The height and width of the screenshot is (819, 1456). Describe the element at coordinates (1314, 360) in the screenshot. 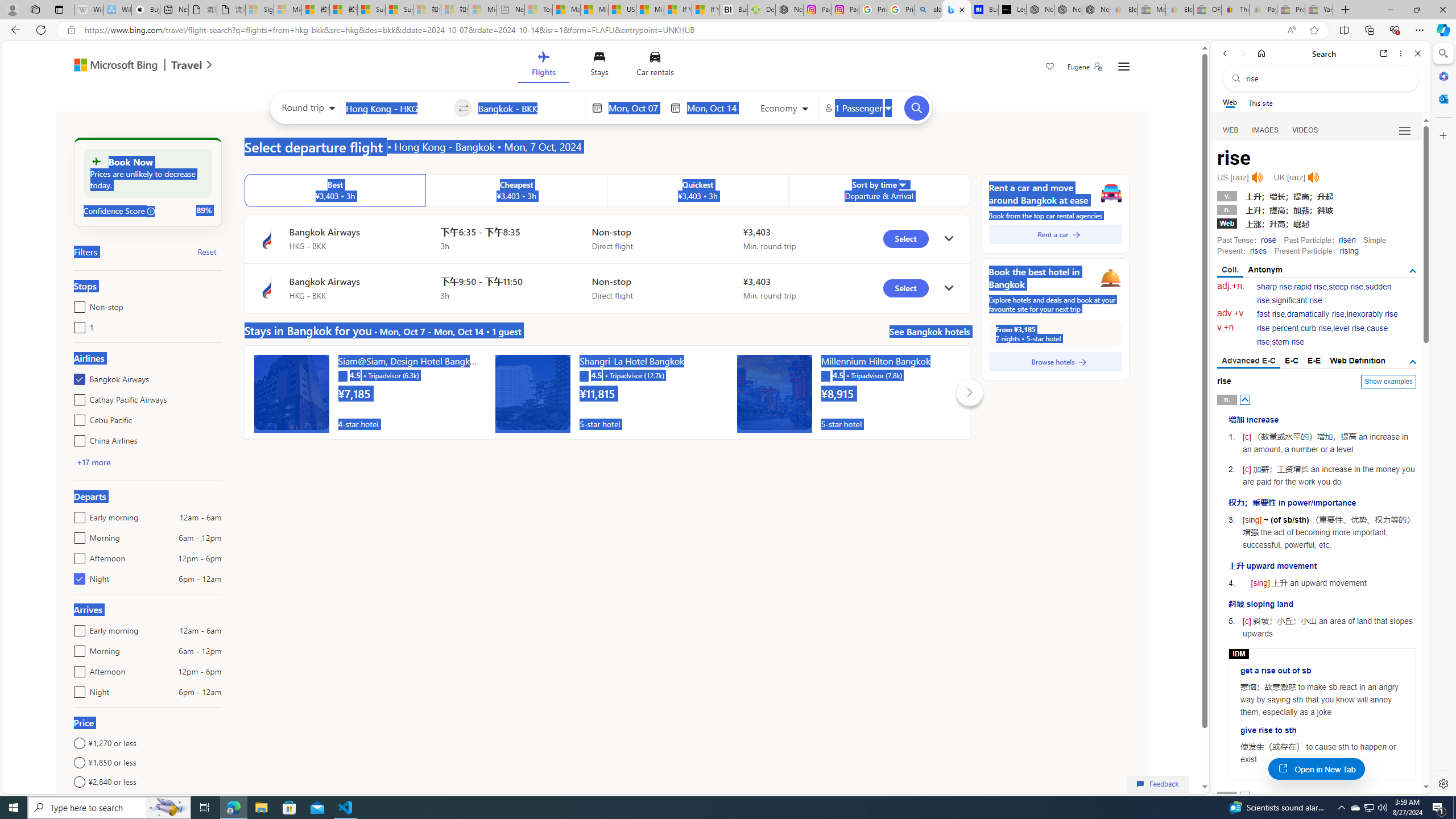

I see `'E-E'` at that location.